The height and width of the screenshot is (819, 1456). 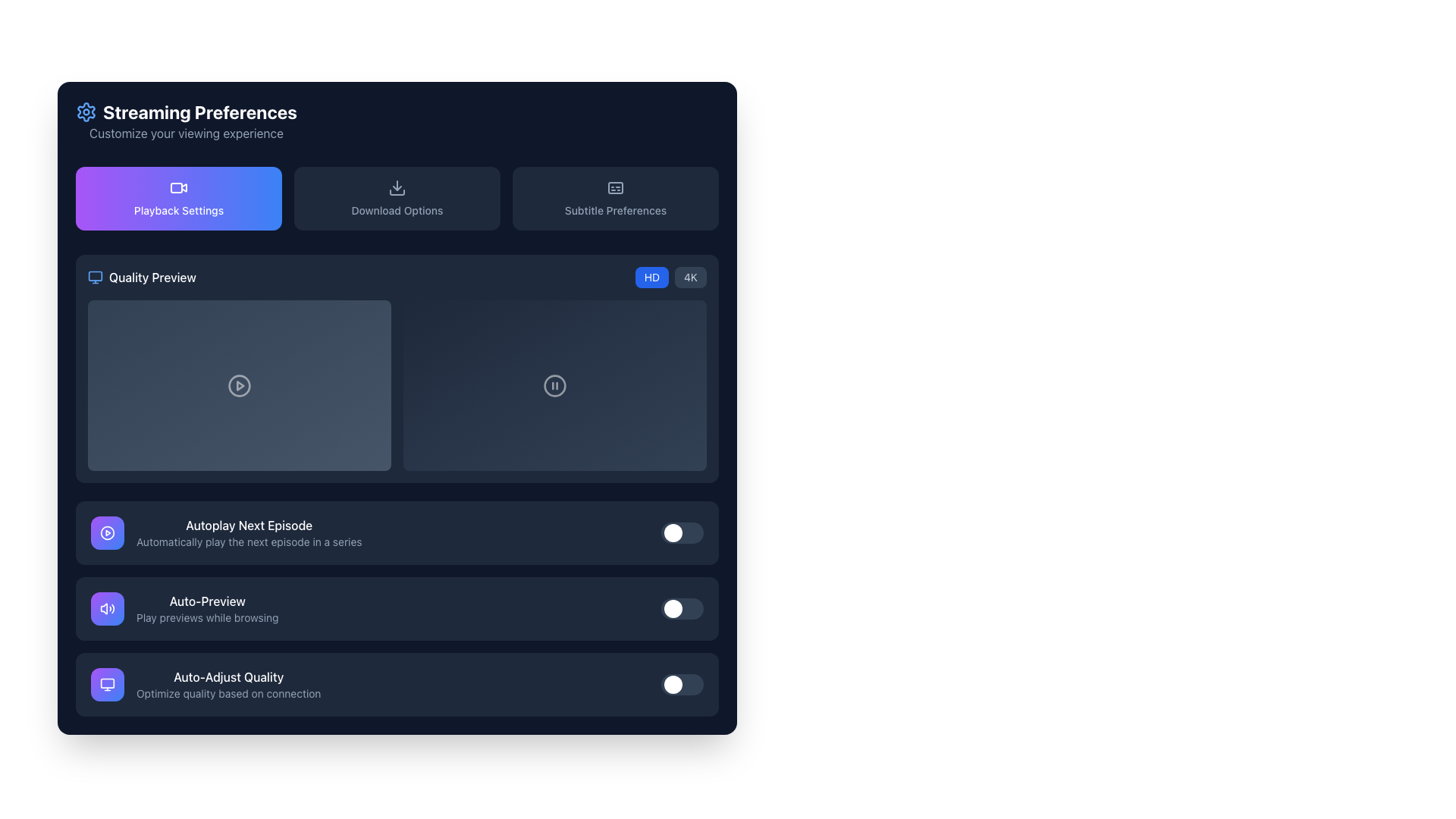 What do you see at coordinates (249, 525) in the screenshot?
I see `the text label reading 'Autoplay Next Episode' which is positioned as a header above its subtitle in the 'Playback Settings' section` at bounding box center [249, 525].